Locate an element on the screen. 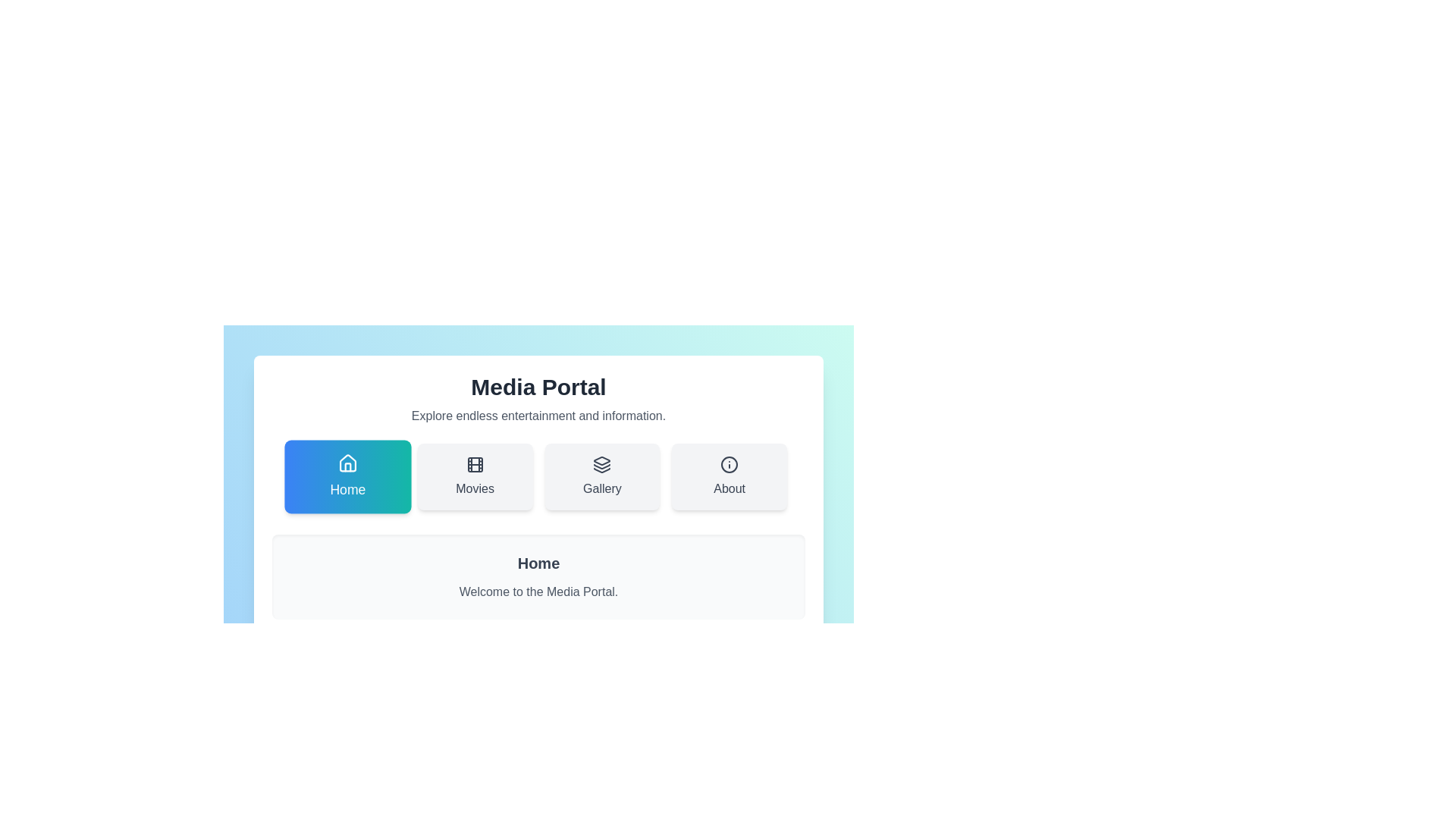  the Movies icon, which serves as a navigation trigger for viewing movie-related content, to trigger the corresponding action is located at coordinates (474, 464).